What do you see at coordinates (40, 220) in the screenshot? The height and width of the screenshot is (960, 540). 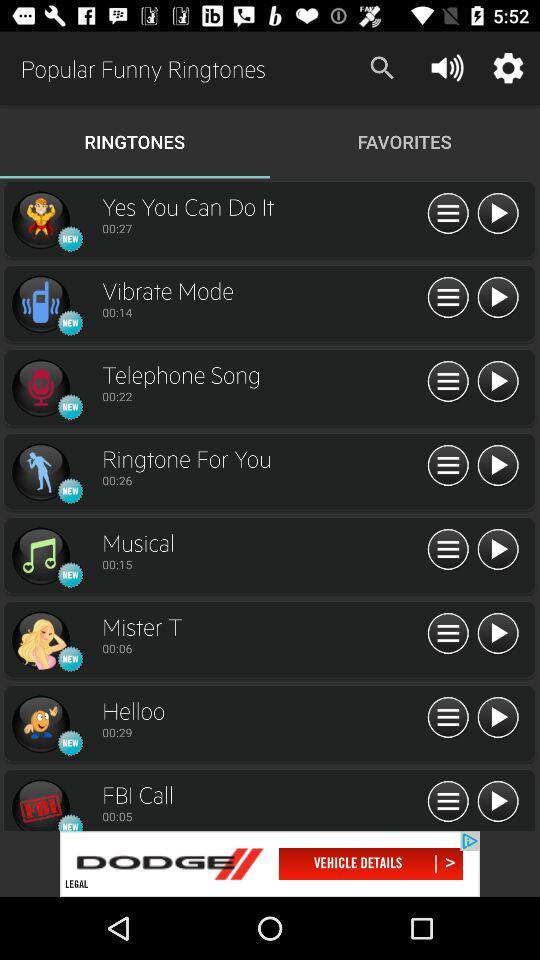 I see `icon or logo` at bounding box center [40, 220].